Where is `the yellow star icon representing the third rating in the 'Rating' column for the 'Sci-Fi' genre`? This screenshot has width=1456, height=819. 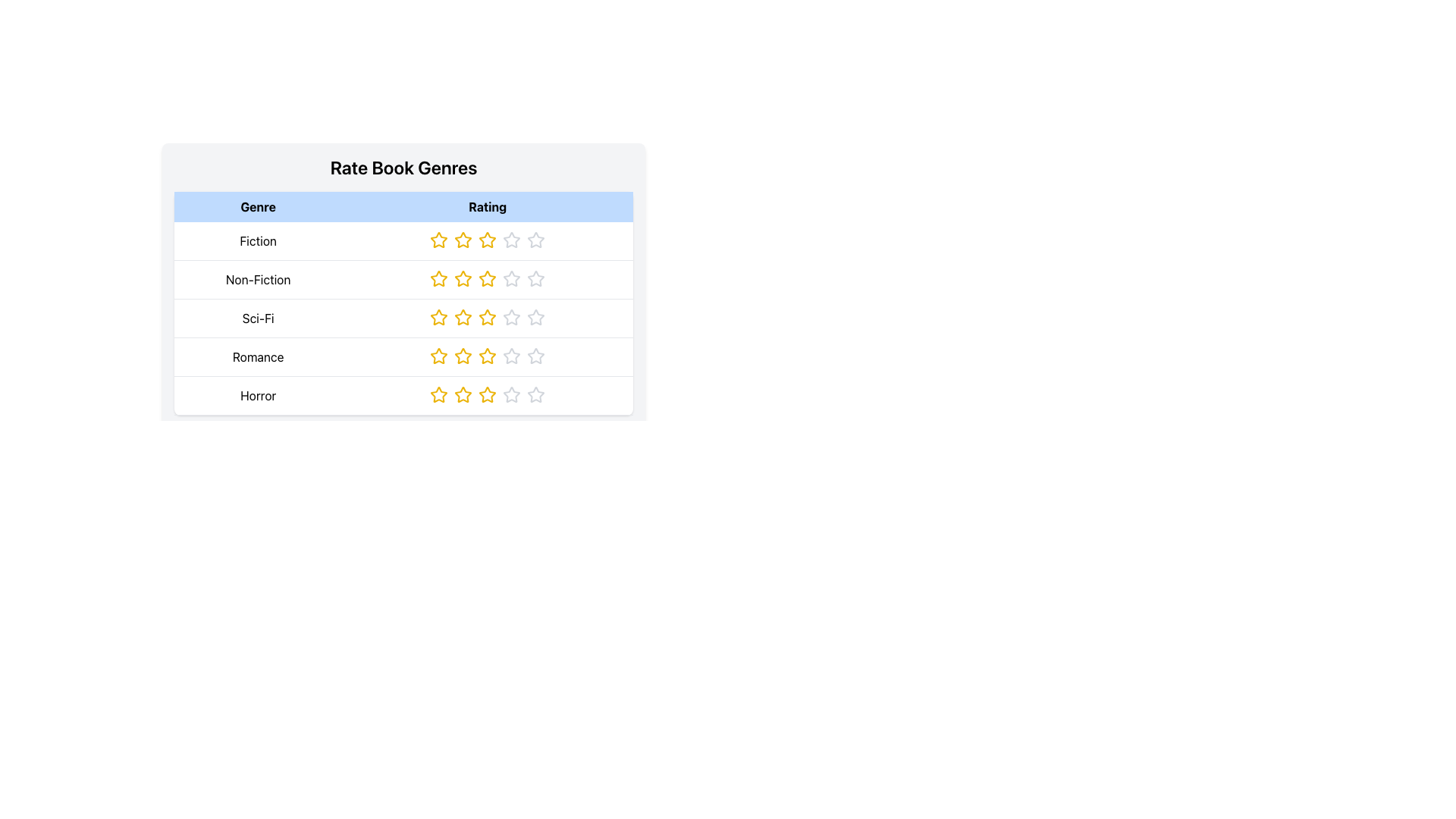 the yellow star icon representing the third rating in the 'Rating' column for the 'Sci-Fi' genre is located at coordinates (463, 317).